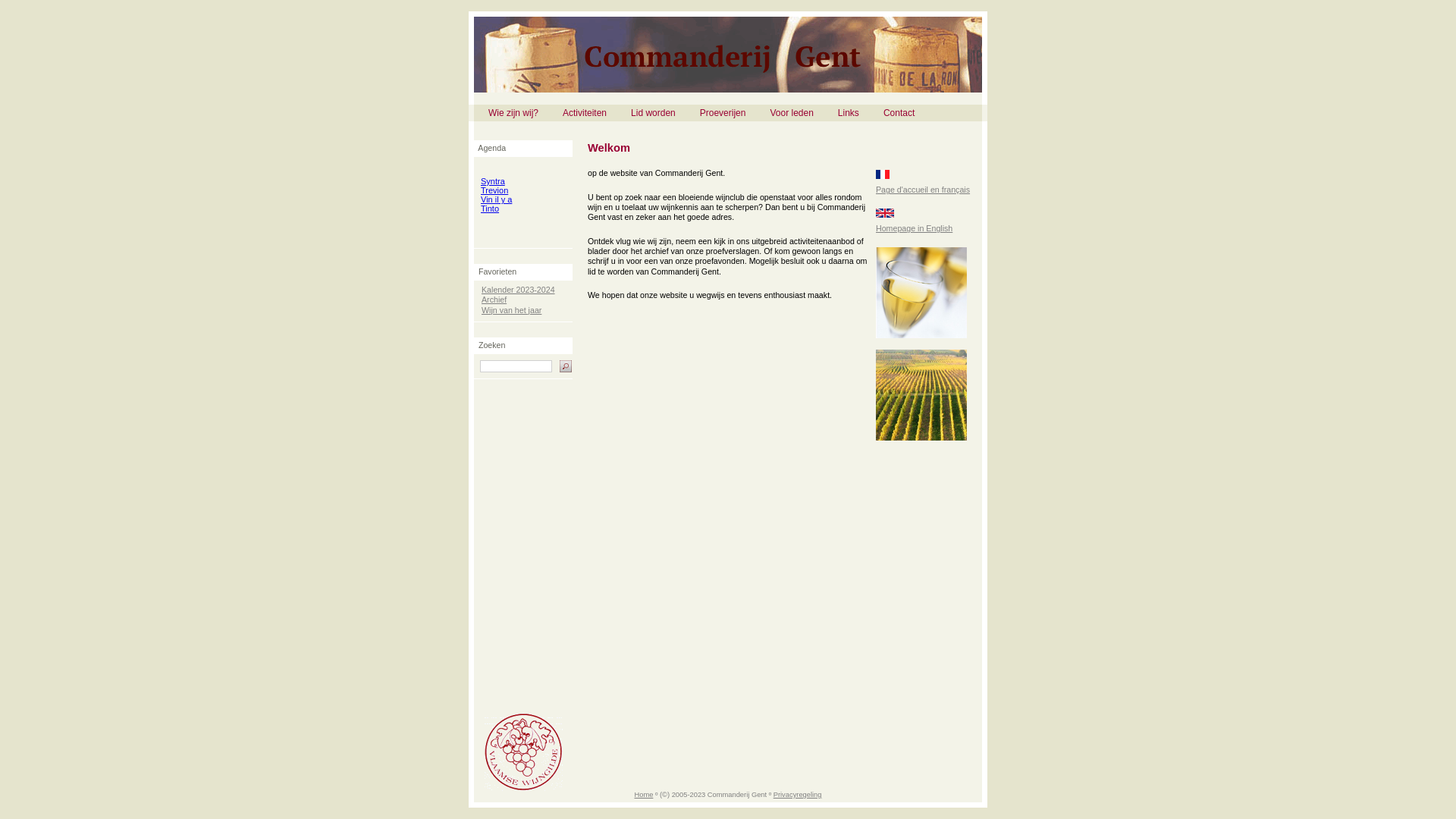 Image resolution: width=1456 pixels, height=819 pixels. I want to click on 'Voor leden', so click(790, 112).